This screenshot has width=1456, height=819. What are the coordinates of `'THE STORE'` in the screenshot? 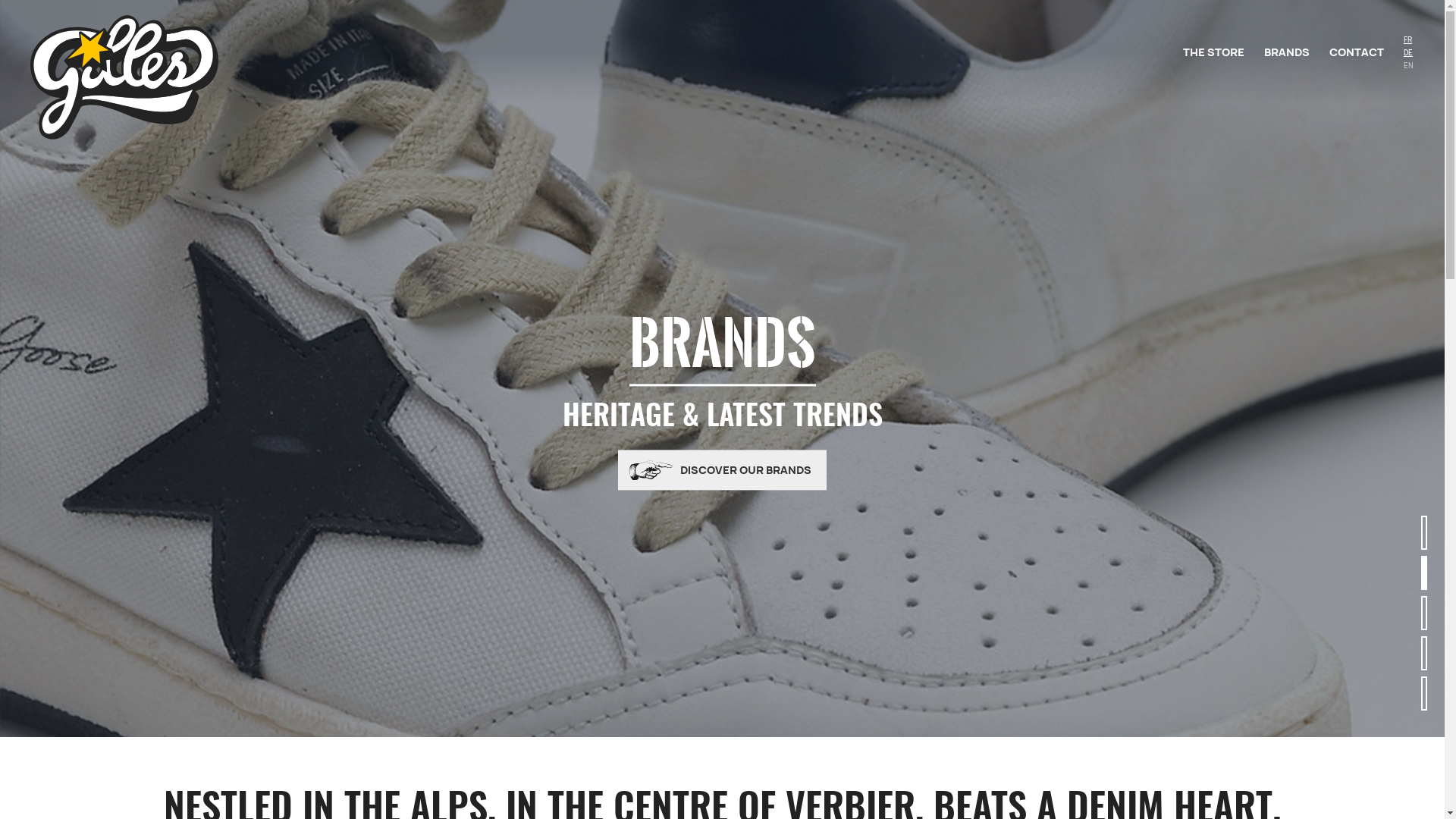 It's located at (1213, 52).